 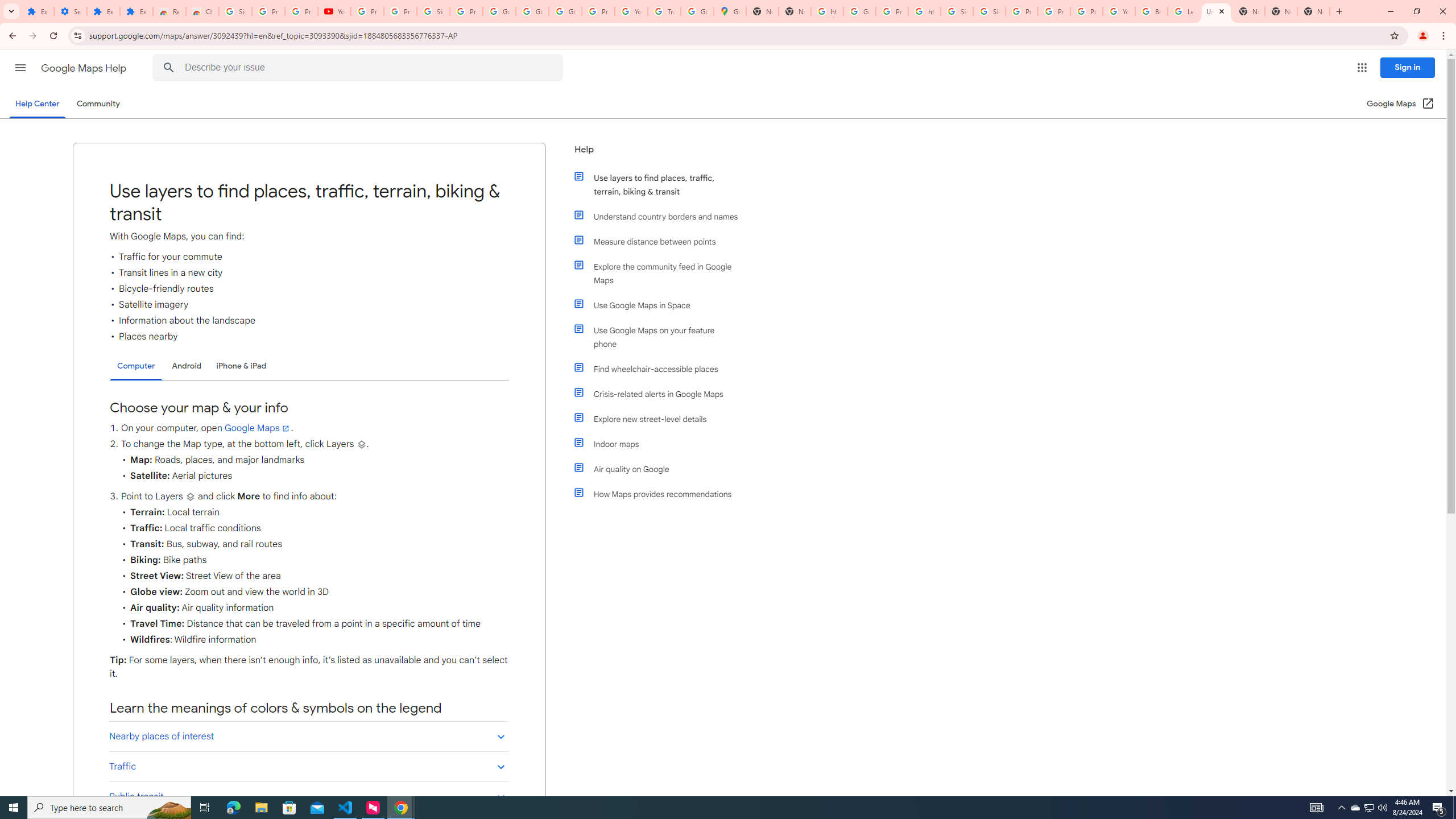 I want to click on 'Help Center', so click(x=37, y=103).